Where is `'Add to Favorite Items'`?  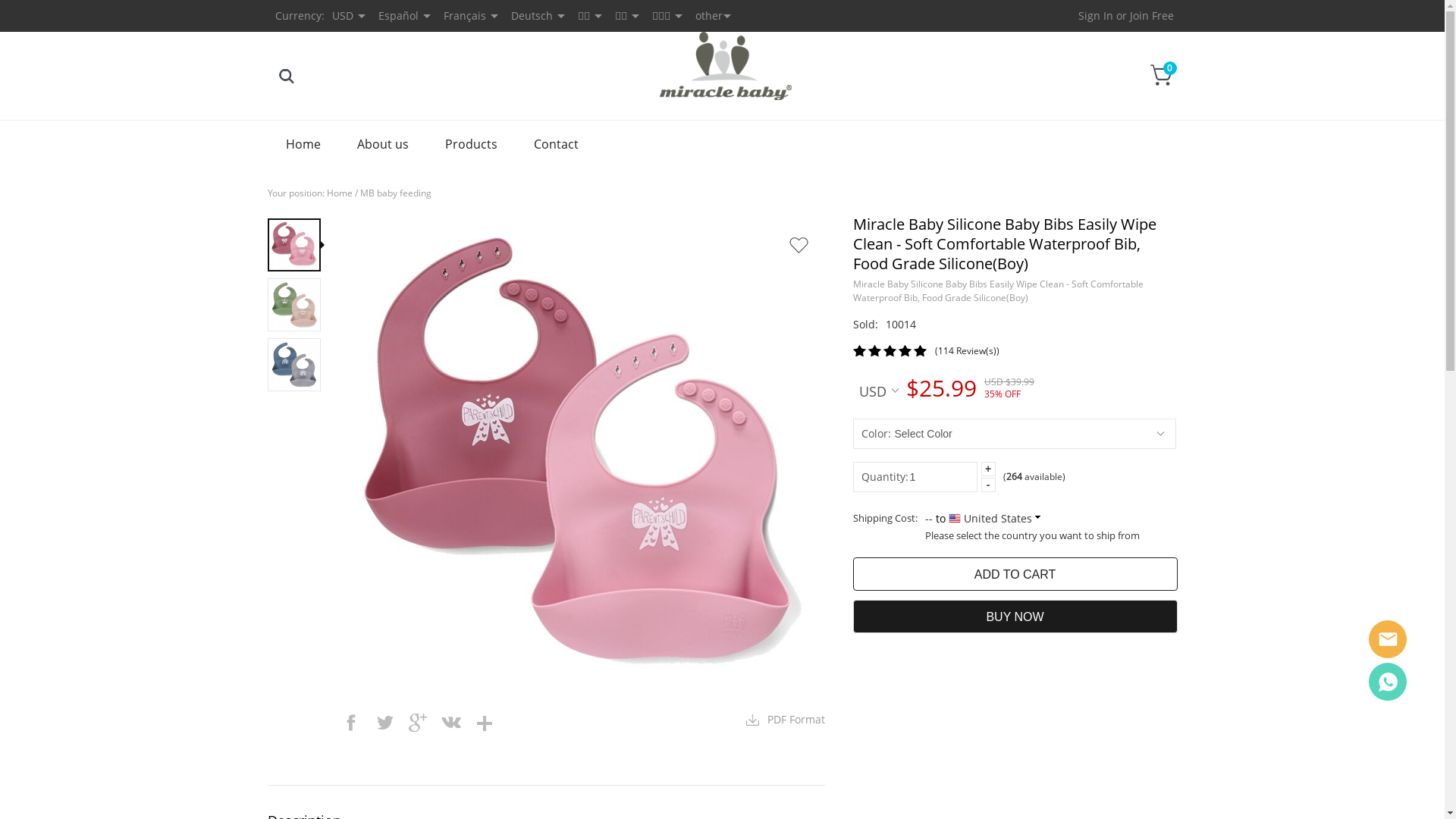 'Add to Favorite Items' is located at coordinates (779, 244).